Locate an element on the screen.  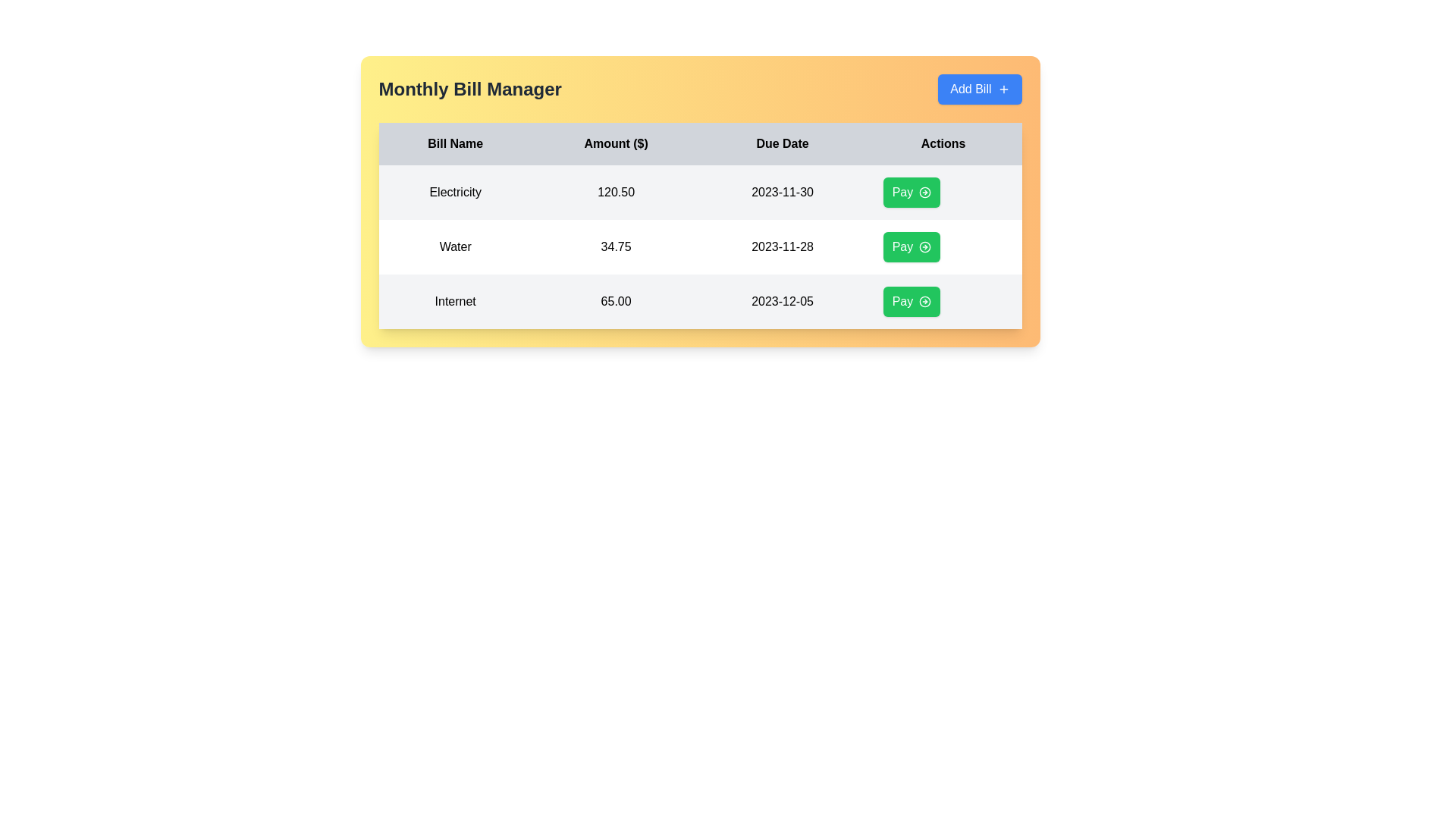
the 'Due Date' column header in the table, which is the third header positioned between 'Amount ($)' and 'Actions' is located at coordinates (783, 143).